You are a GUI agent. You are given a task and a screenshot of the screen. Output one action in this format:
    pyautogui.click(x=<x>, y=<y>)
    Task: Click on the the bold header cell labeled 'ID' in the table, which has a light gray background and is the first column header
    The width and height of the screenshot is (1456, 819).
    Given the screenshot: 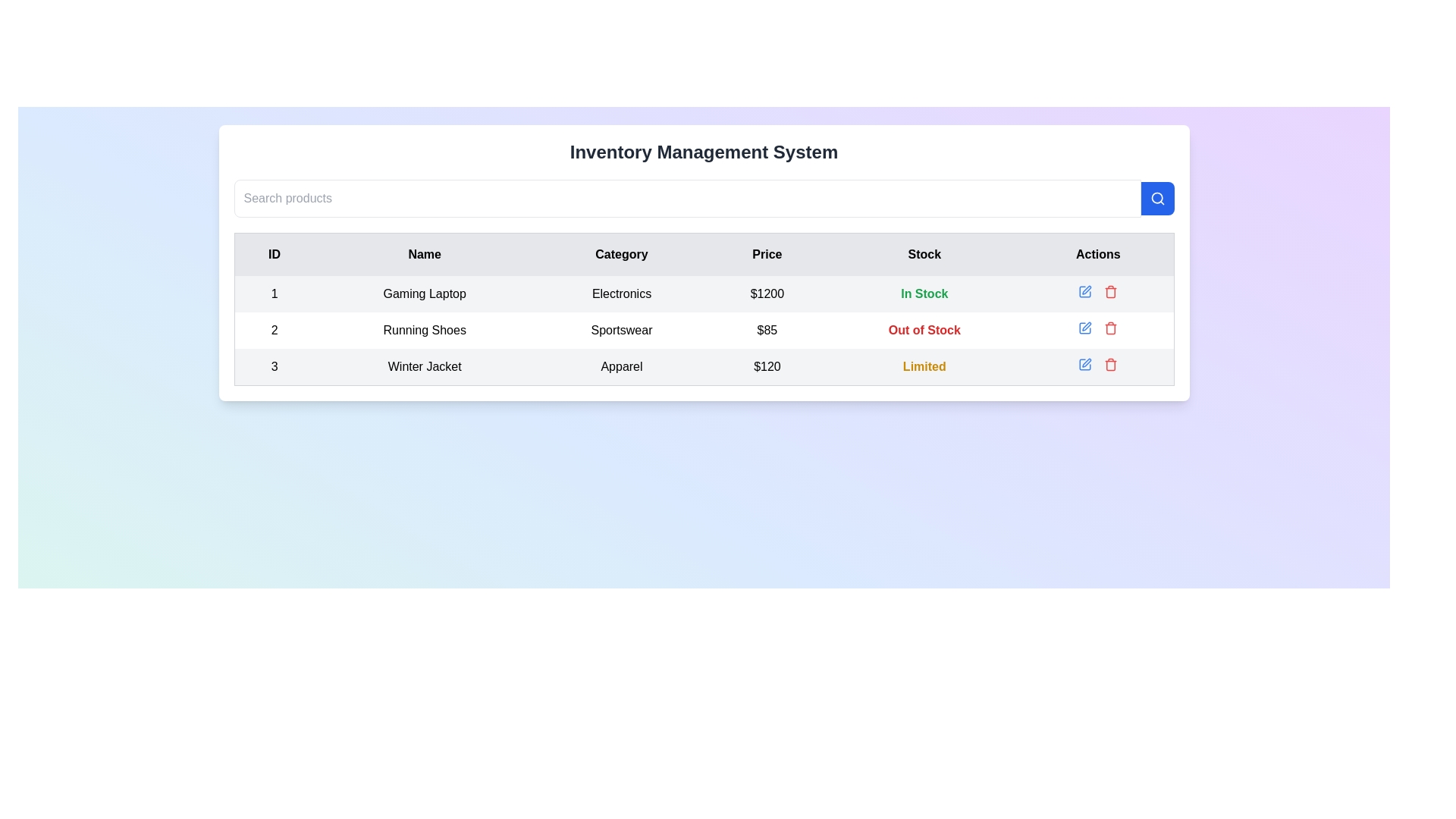 What is the action you would take?
    pyautogui.click(x=274, y=253)
    